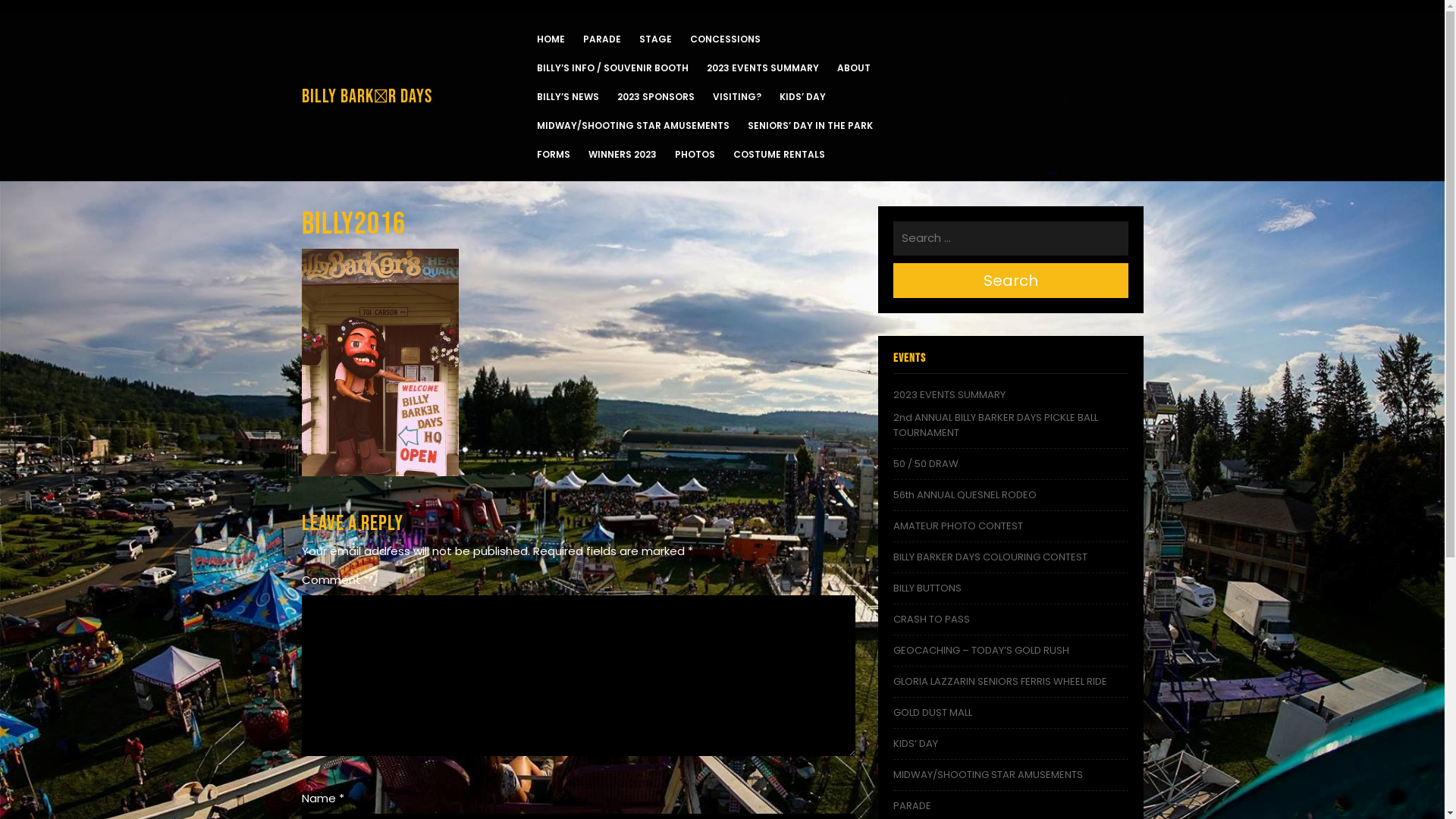 This screenshot has height=819, width=1456. I want to click on 'AMATEUR PHOTO CONTEST', so click(893, 525).